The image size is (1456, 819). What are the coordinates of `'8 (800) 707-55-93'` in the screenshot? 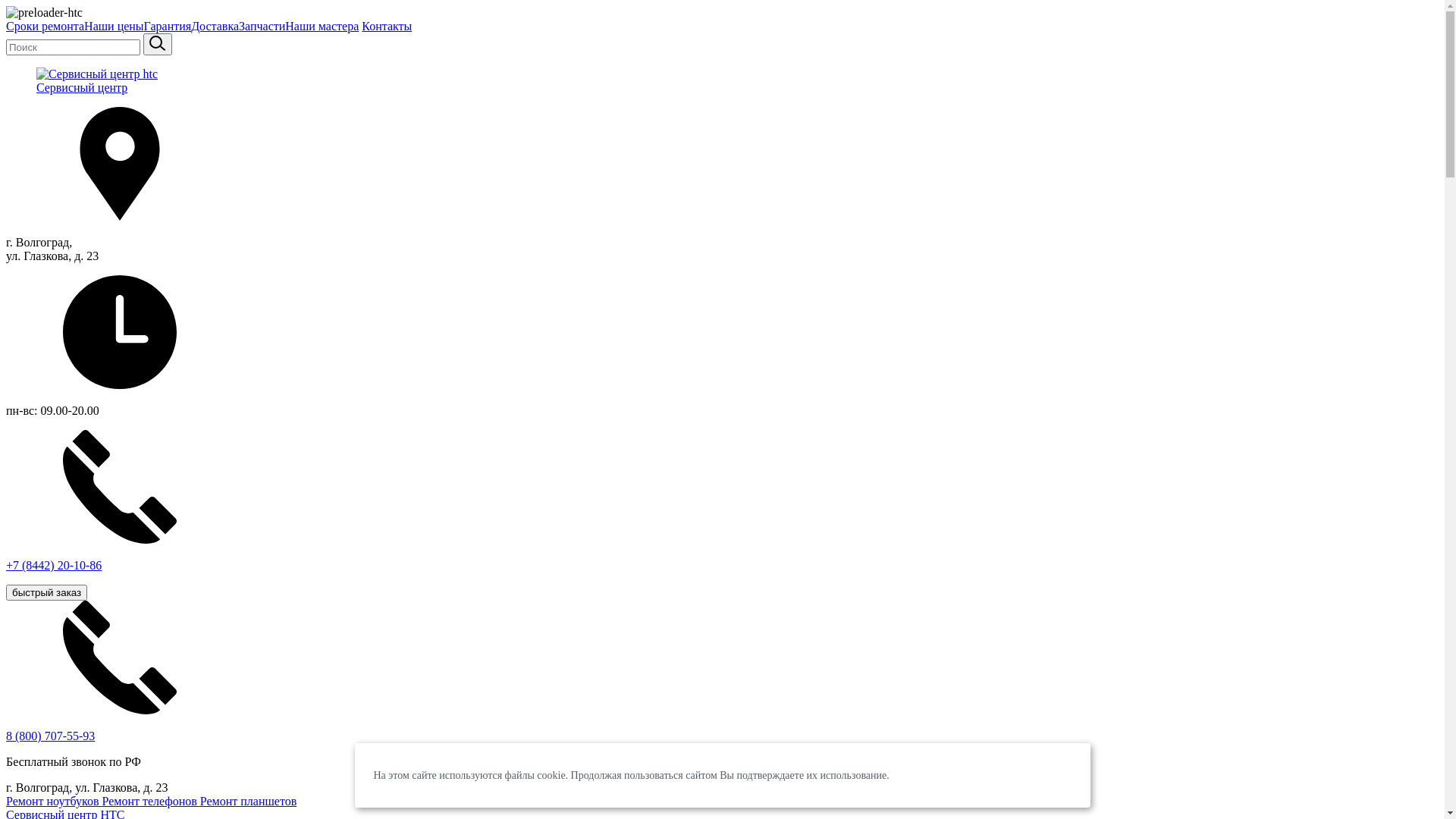 It's located at (6, 735).